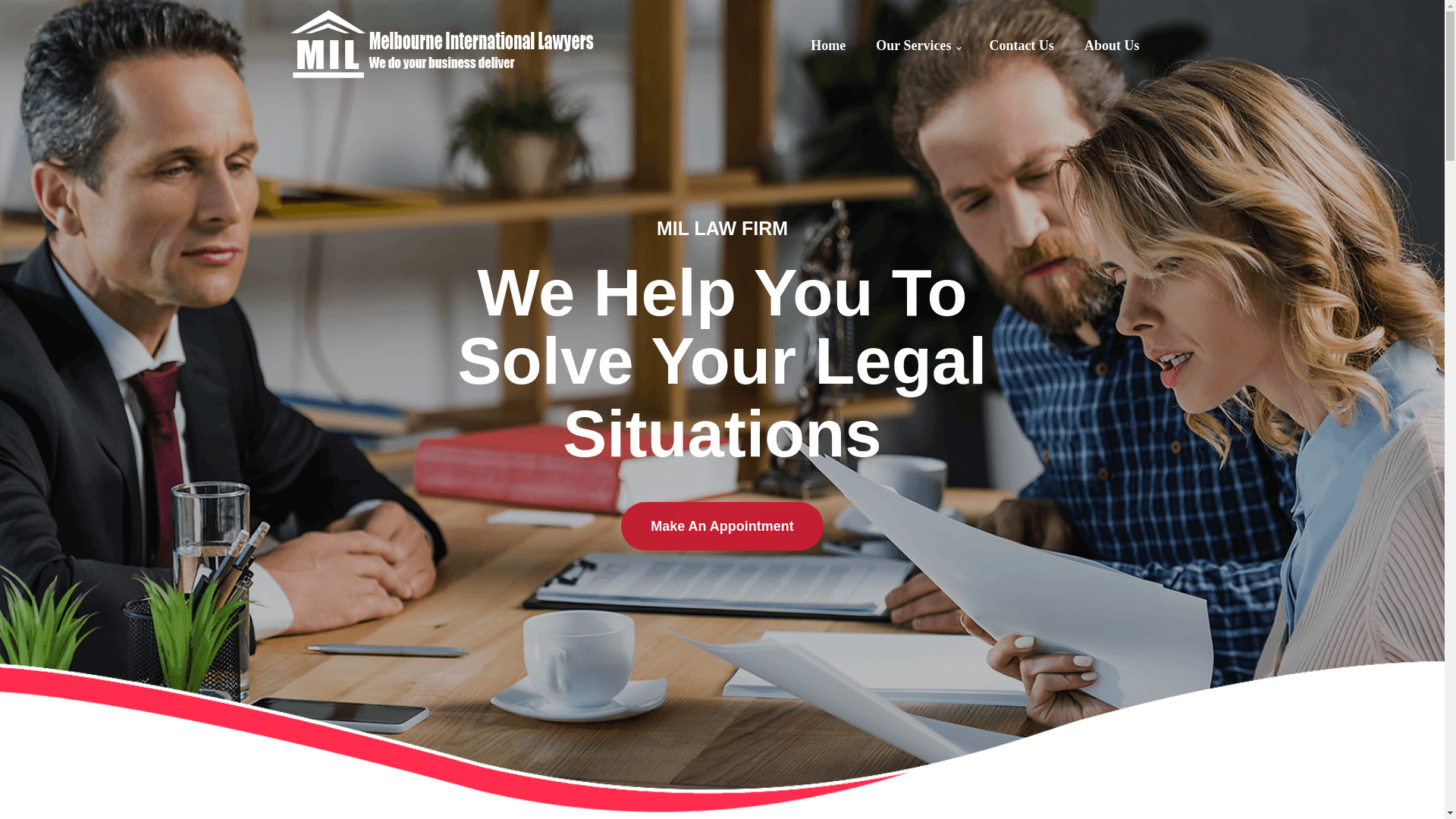 The image size is (1456, 819). What do you see at coordinates (440, 42) in the screenshot?
I see `'Melbourne International Lawyers'` at bounding box center [440, 42].